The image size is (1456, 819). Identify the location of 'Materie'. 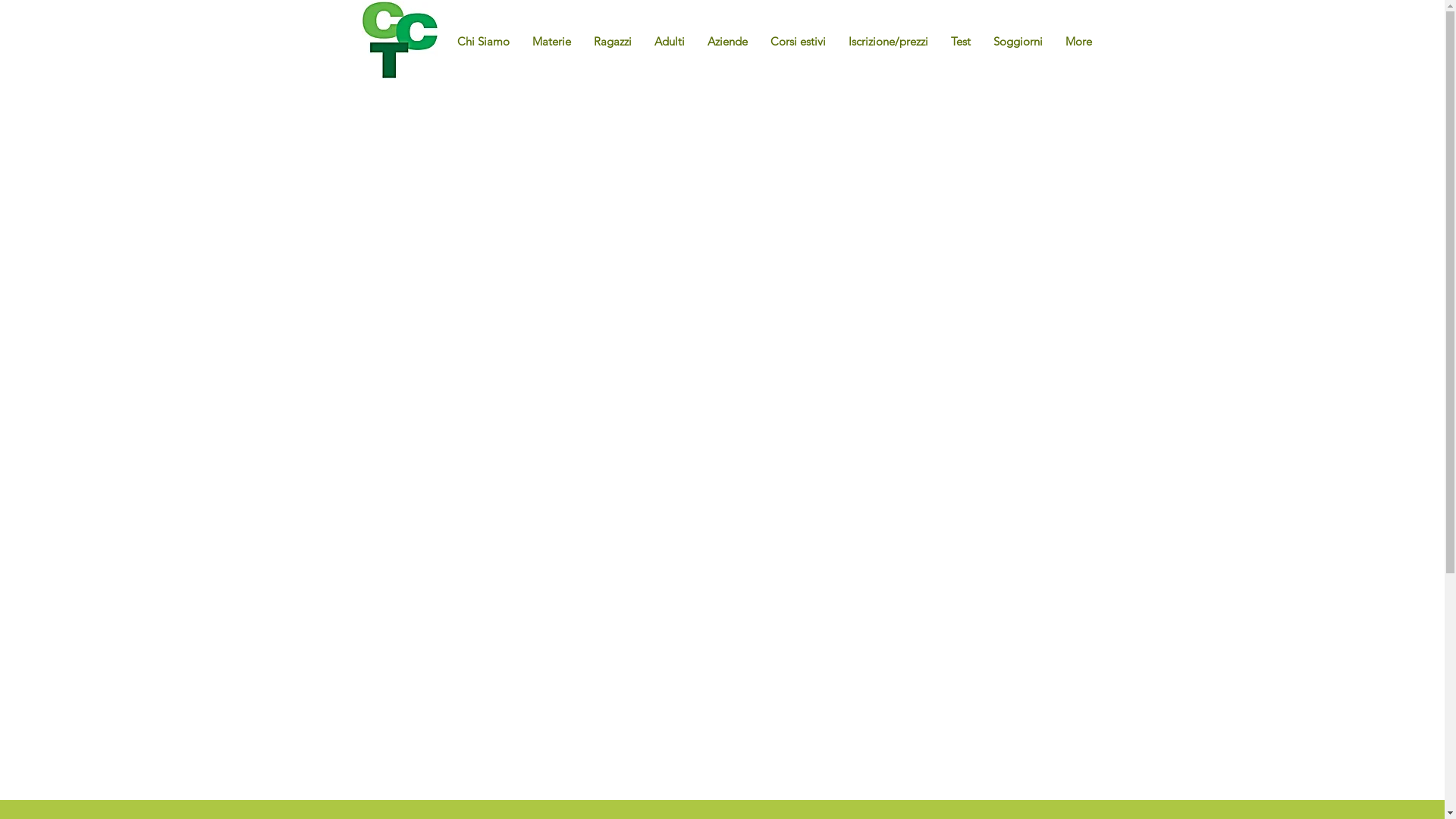
(550, 40).